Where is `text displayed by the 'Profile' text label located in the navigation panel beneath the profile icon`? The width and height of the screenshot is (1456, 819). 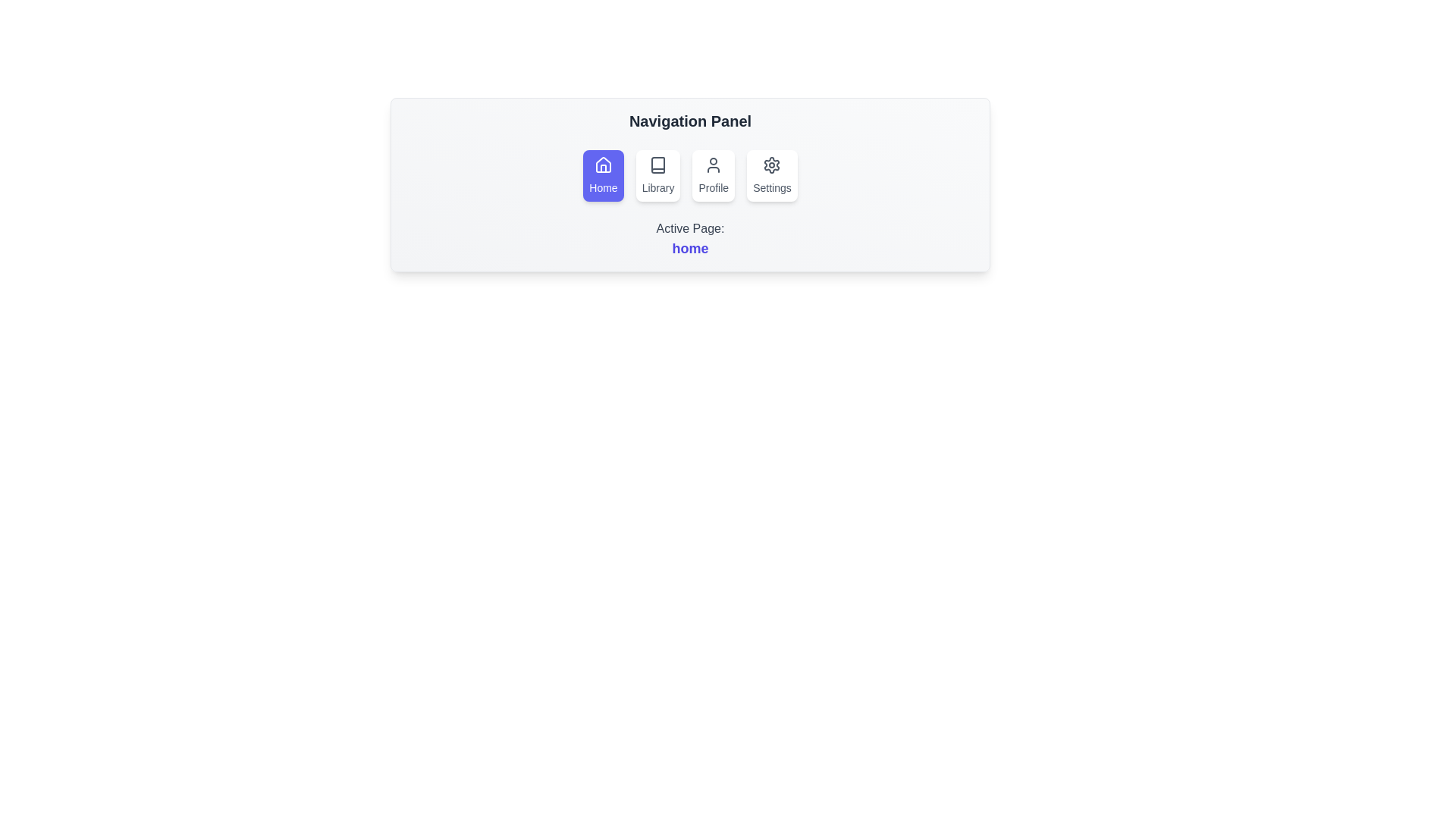
text displayed by the 'Profile' text label located in the navigation panel beneath the profile icon is located at coordinates (713, 187).